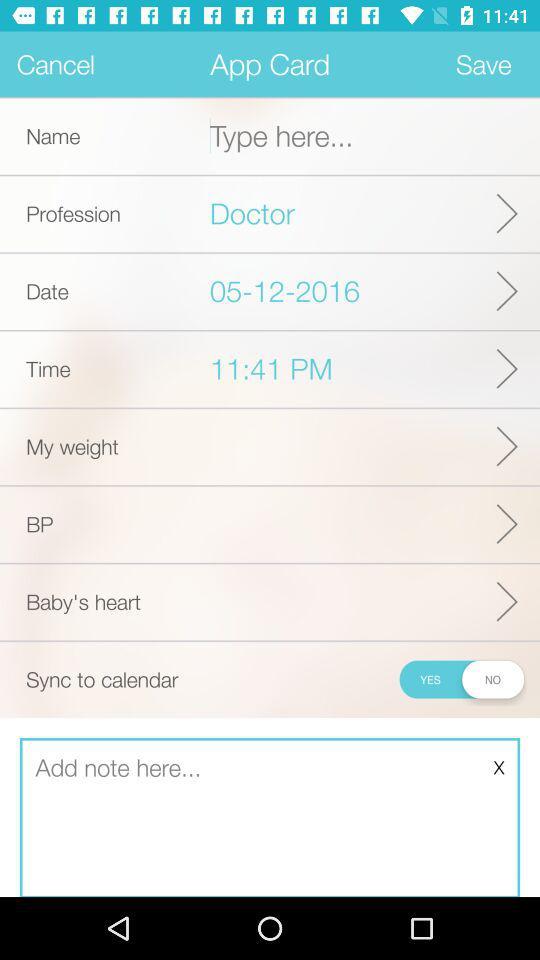 The height and width of the screenshot is (960, 540). Describe the element at coordinates (507, 368) in the screenshot. I see `next arrow right to 1141 pm` at that location.